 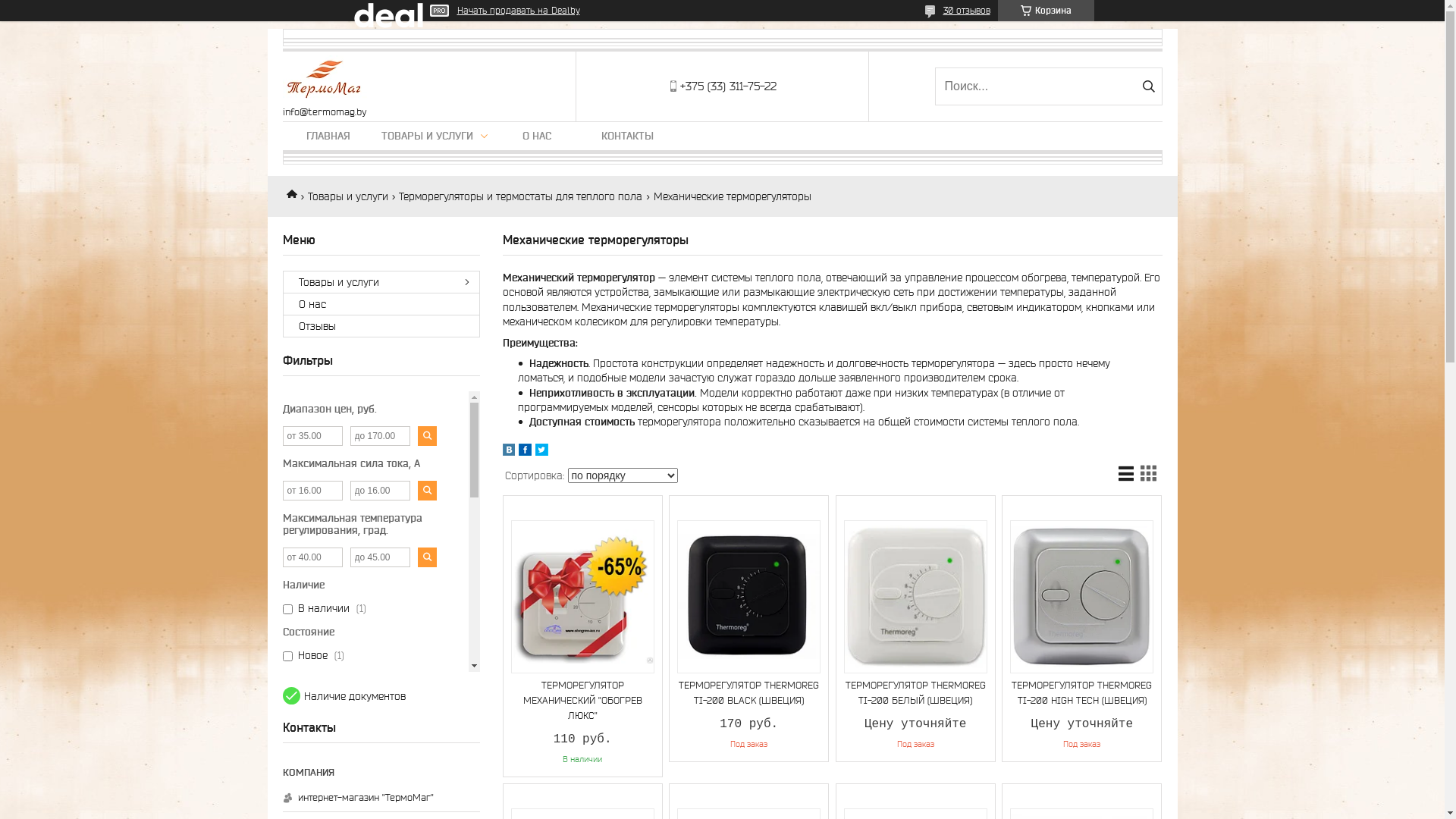 I want to click on 'facebook', so click(x=525, y=451).